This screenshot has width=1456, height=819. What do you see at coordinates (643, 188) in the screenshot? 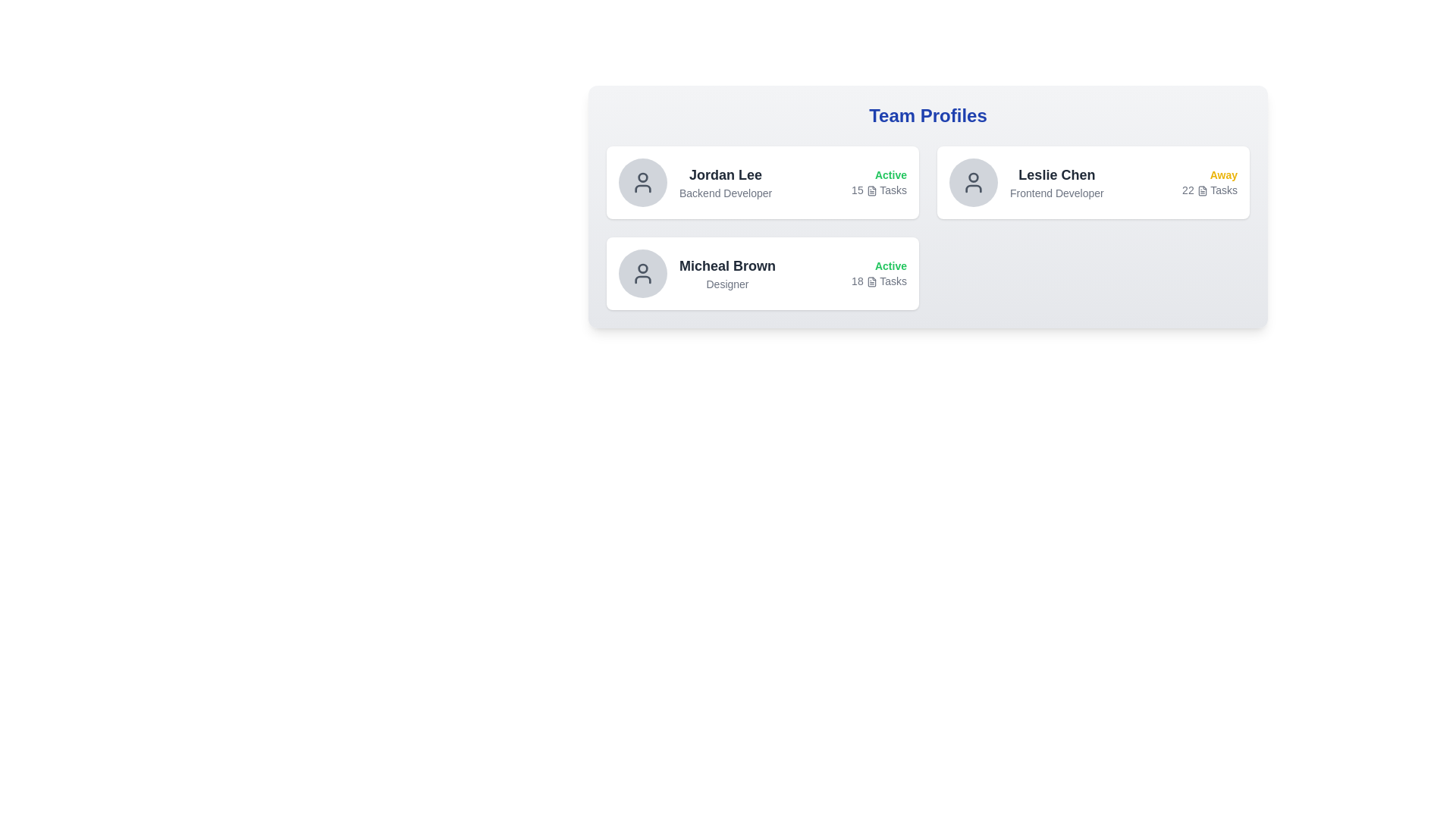
I see `the bottom half of the generic user icon representing the body portion of the 'Jordan Lee' profile card in the 'Team Profiles' interface` at bounding box center [643, 188].